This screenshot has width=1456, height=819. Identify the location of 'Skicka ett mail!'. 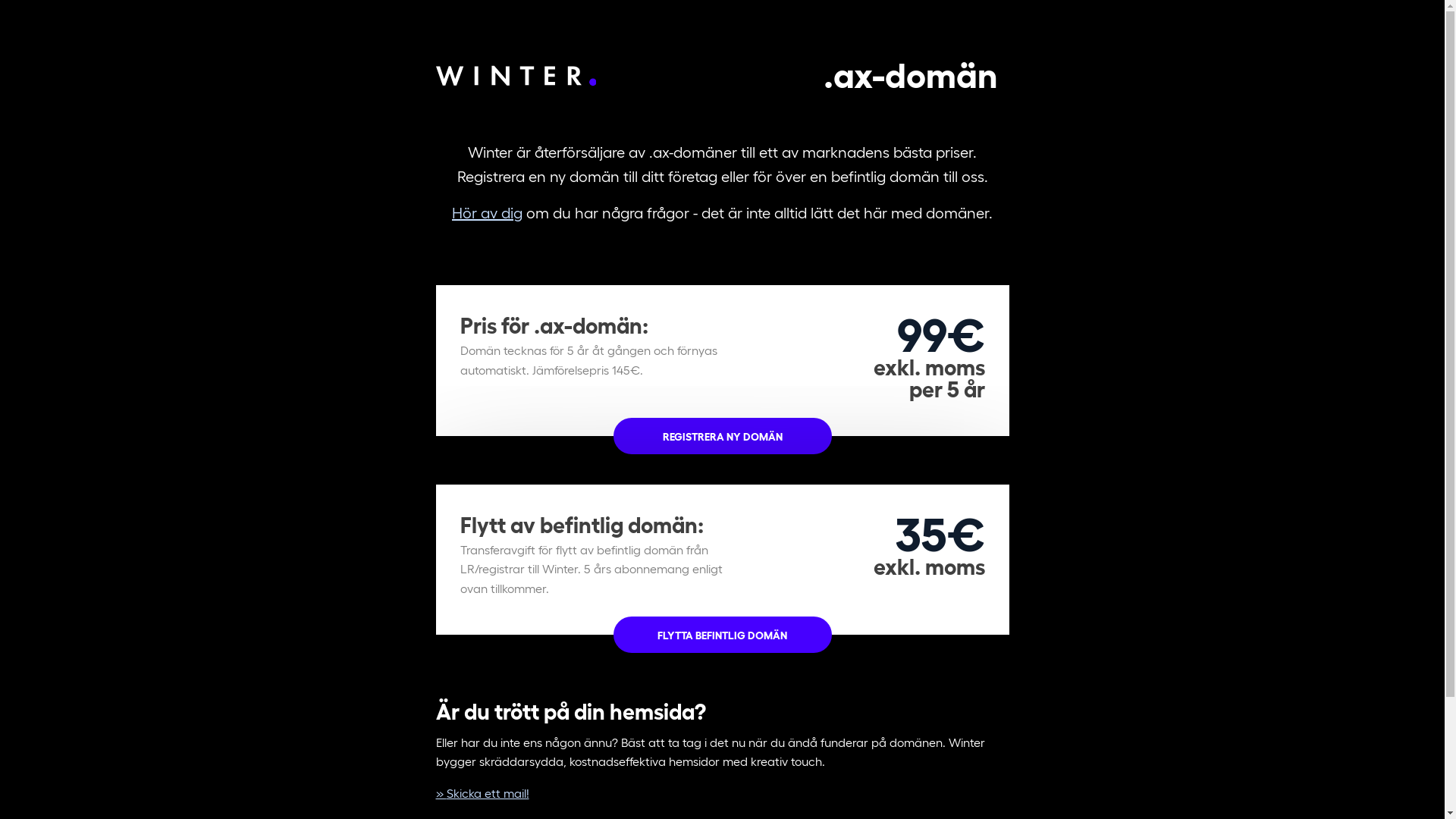
(481, 792).